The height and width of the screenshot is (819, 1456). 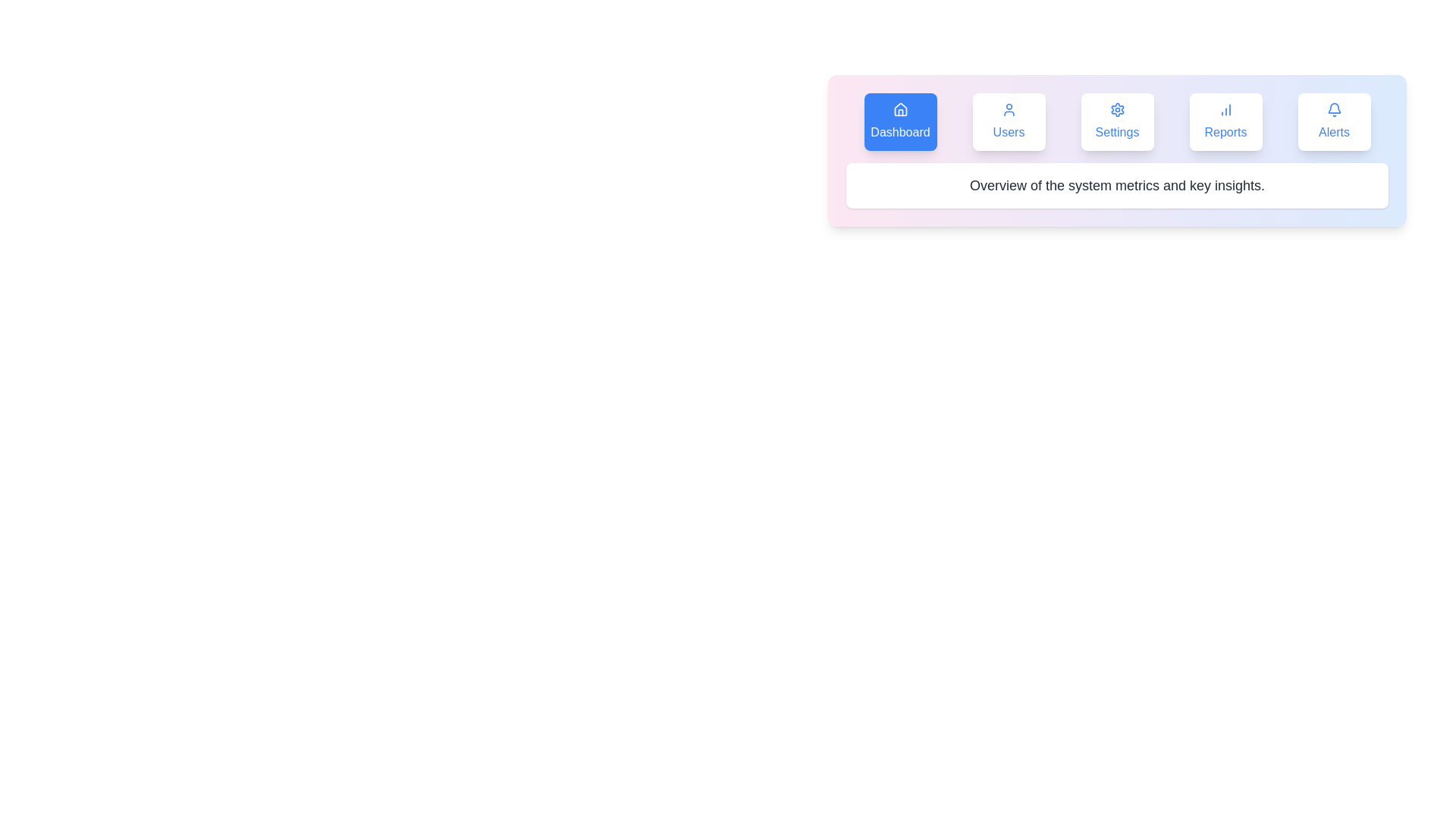 What do you see at coordinates (1225, 109) in the screenshot?
I see `the 'Reports' icon in the upper section of the interface, which signifies data or analysis-related features` at bounding box center [1225, 109].